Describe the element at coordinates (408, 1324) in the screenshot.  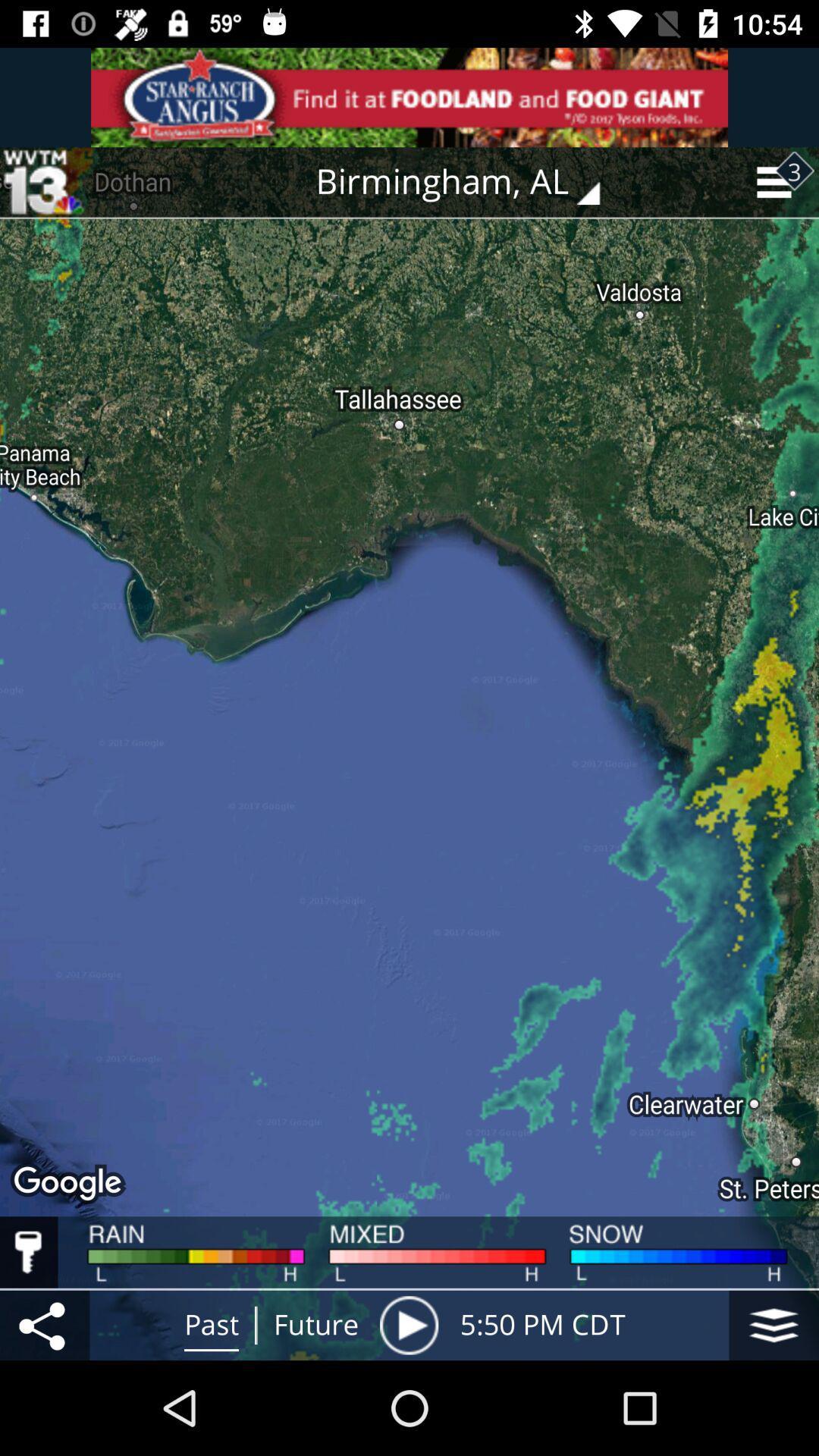
I see `weather video` at that location.